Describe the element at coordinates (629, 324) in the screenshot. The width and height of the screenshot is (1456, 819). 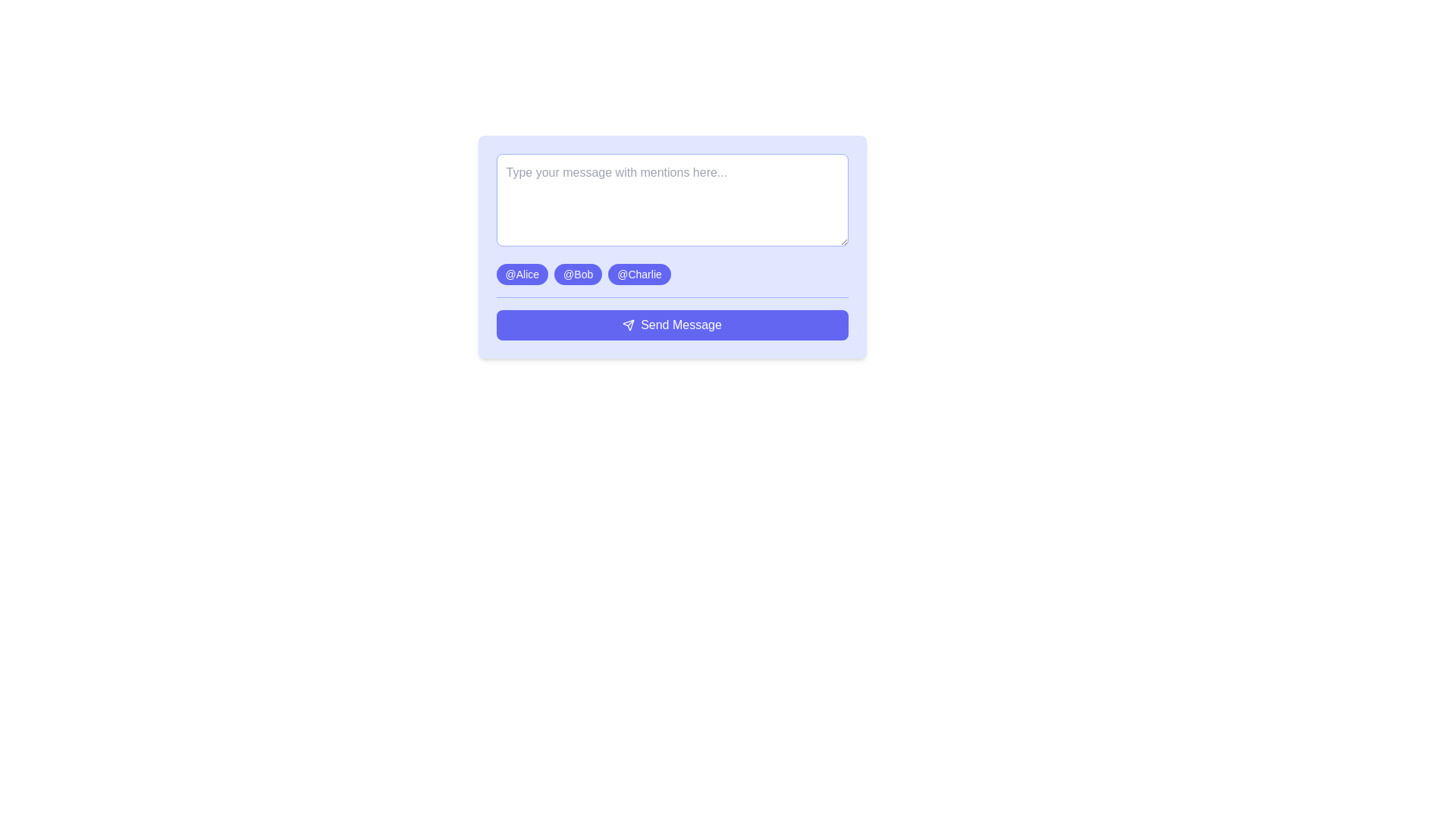
I see `the message sending icon located to the left of the 'Send Message' button` at that location.